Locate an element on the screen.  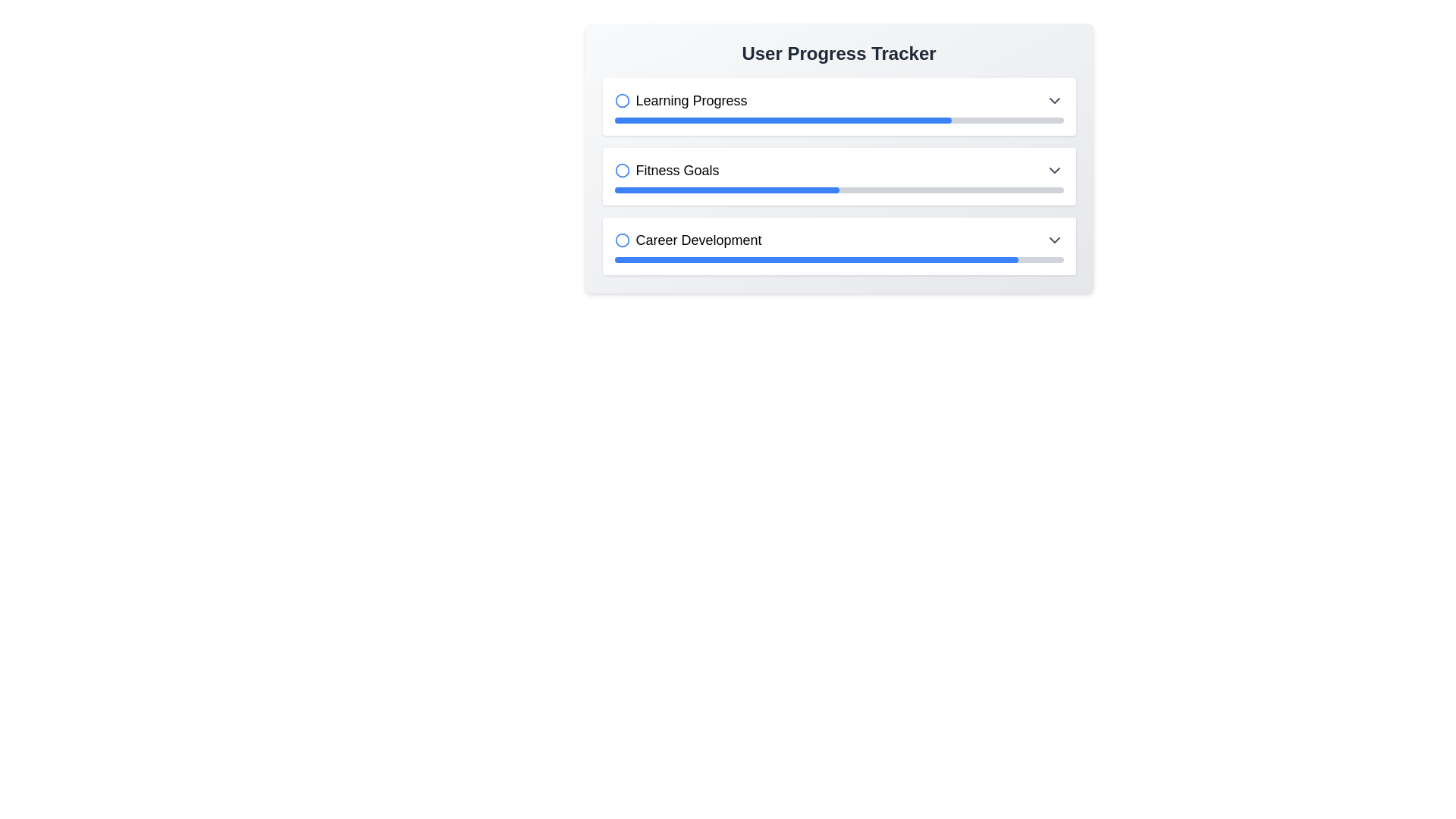
the 'Fitness Goals' text label, which serves as a descriptive label for the corresponding progress bar, located centrally between 'Learning Progress' and 'Career Development' is located at coordinates (667, 170).